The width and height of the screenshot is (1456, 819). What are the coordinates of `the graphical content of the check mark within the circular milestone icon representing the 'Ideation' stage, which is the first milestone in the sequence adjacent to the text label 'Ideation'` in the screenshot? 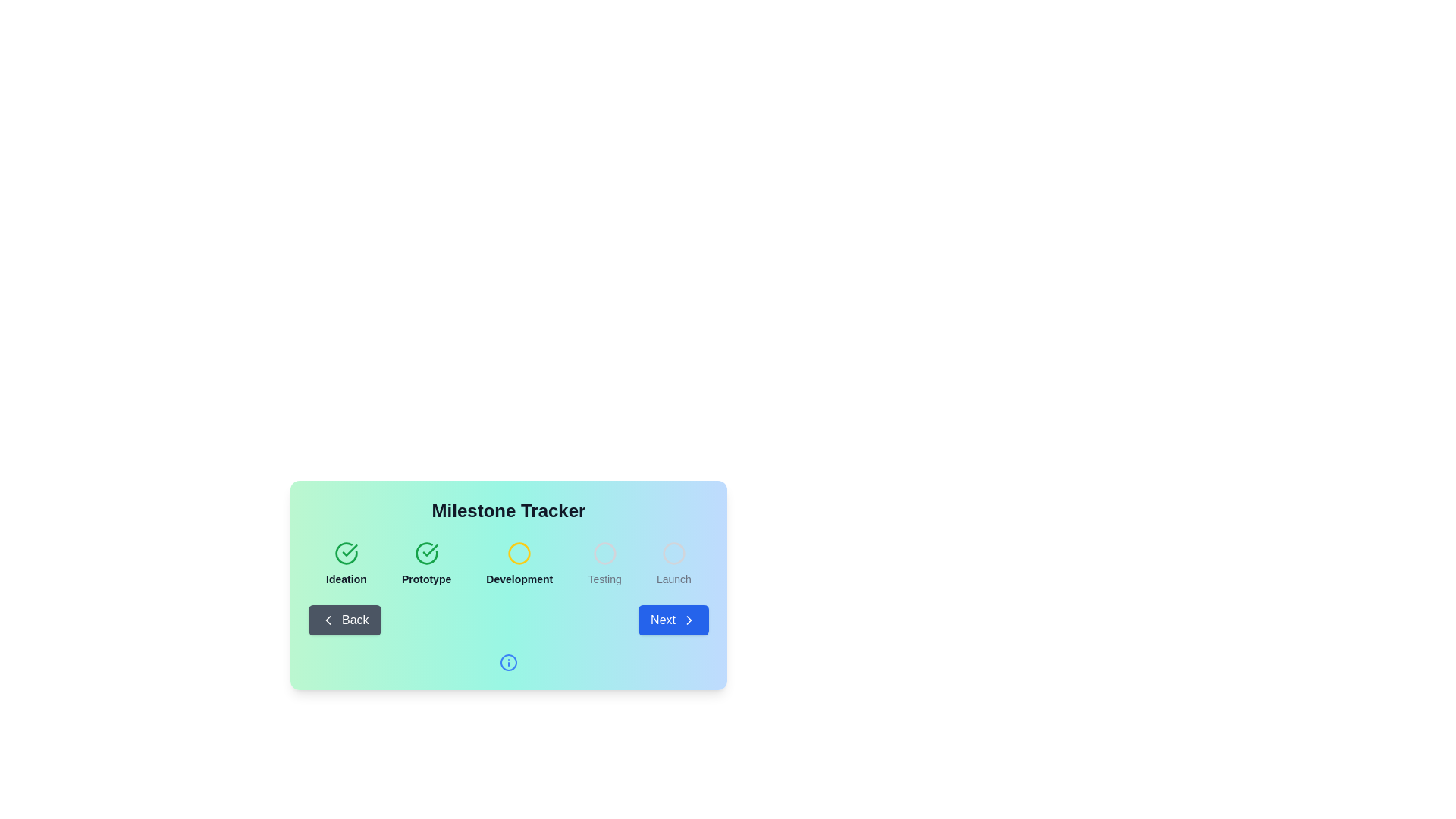 It's located at (345, 553).